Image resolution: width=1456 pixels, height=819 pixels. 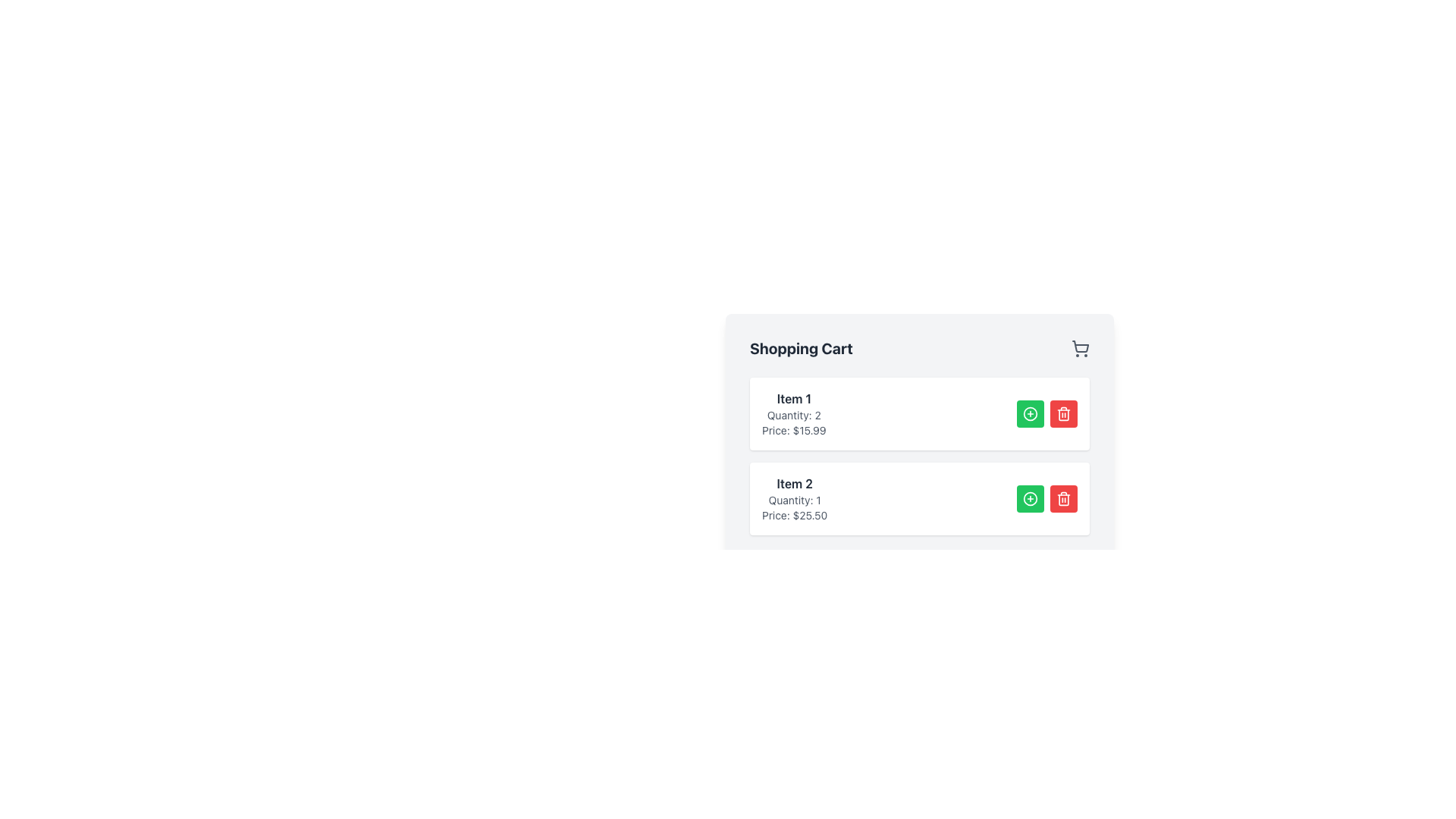 What do you see at coordinates (1062, 414) in the screenshot?
I see `the remove button for 'Item 2' in the shopping cart` at bounding box center [1062, 414].